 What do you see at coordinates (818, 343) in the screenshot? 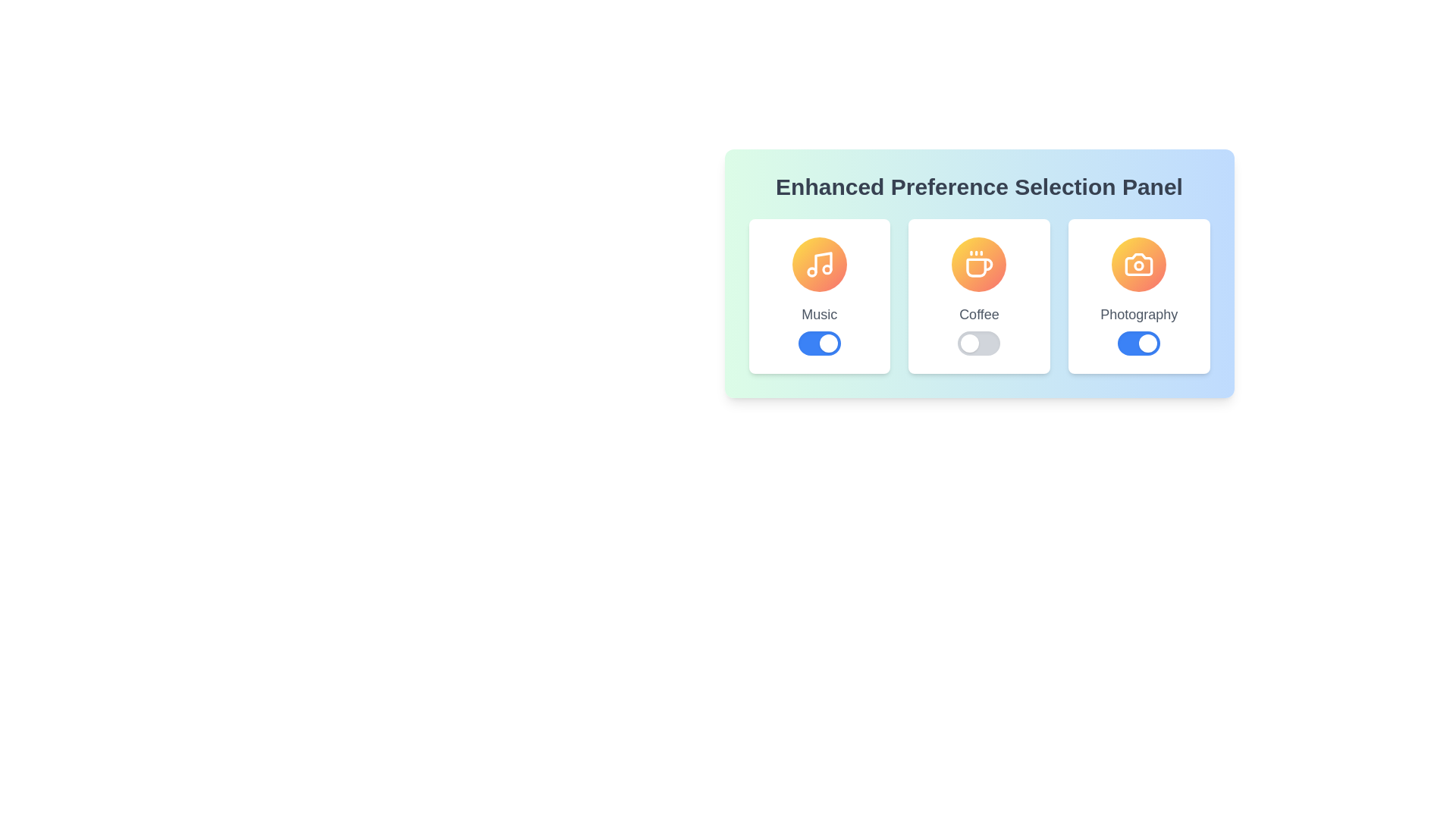
I see `the switch button for the Music preference to toggle its state` at bounding box center [818, 343].